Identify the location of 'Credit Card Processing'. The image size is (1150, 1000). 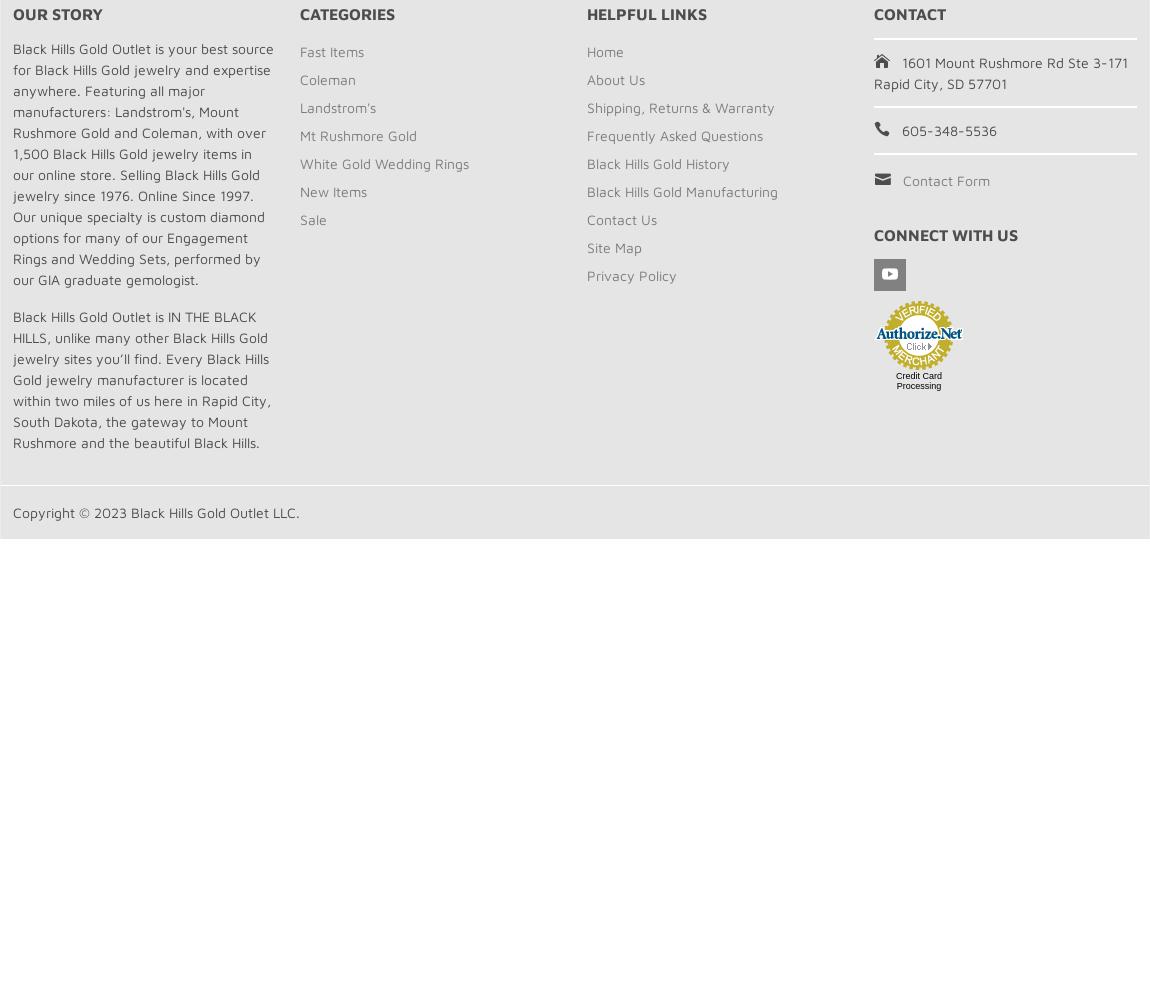
(918, 381).